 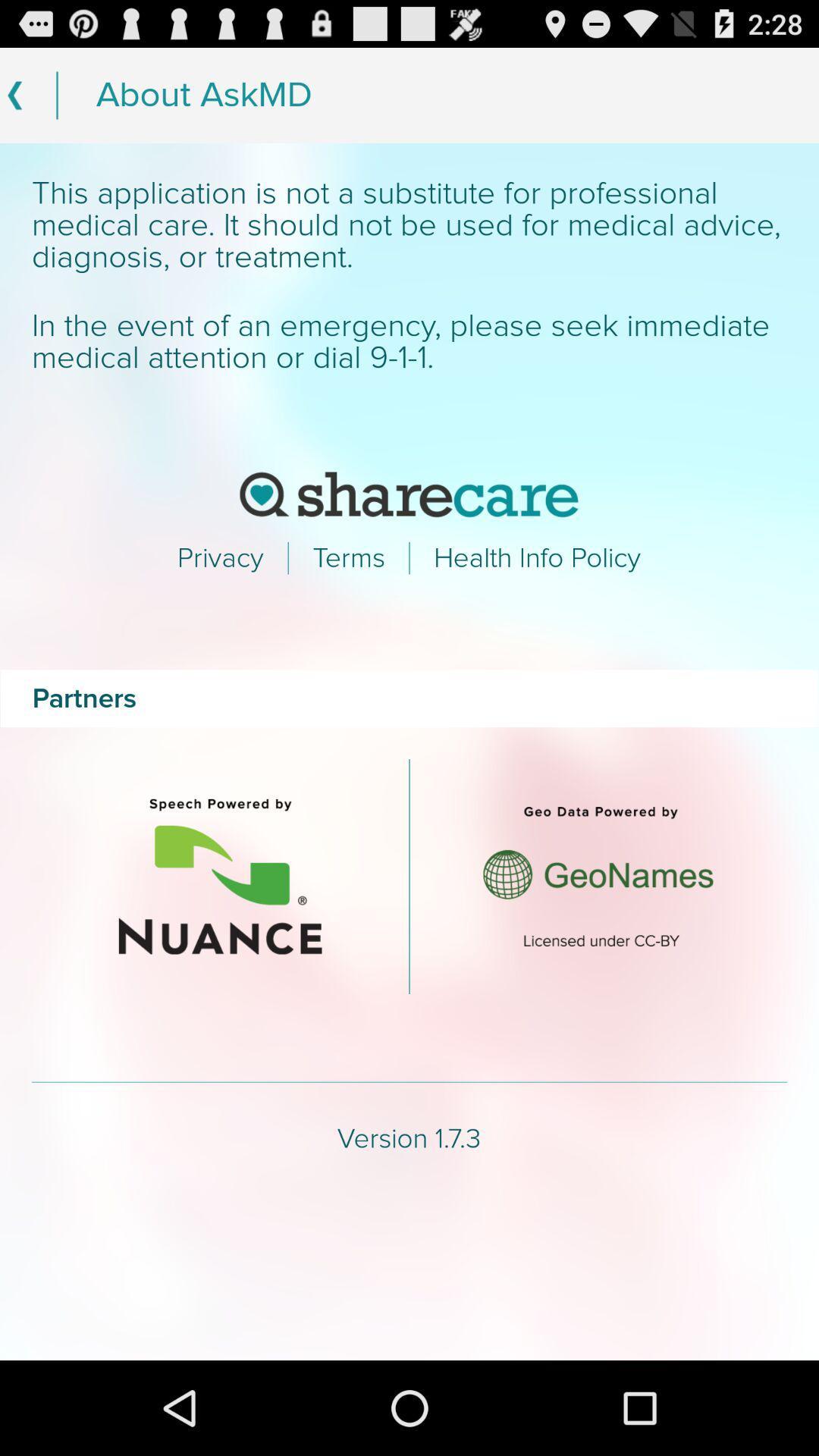 What do you see at coordinates (220, 557) in the screenshot?
I see `the text which says privacy` at bounding box center [220, 557].